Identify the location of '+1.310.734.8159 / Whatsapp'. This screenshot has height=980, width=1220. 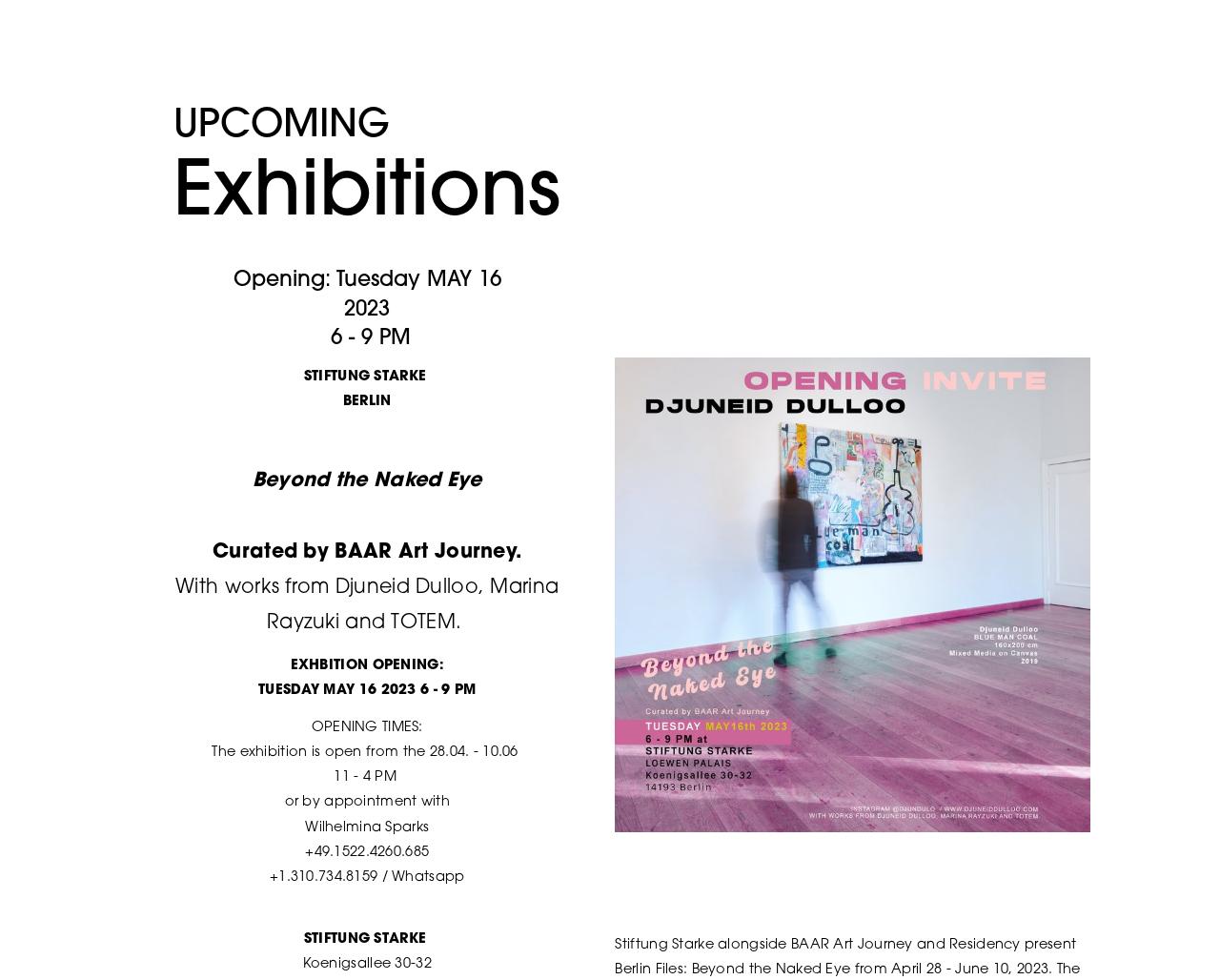
(366, 876).